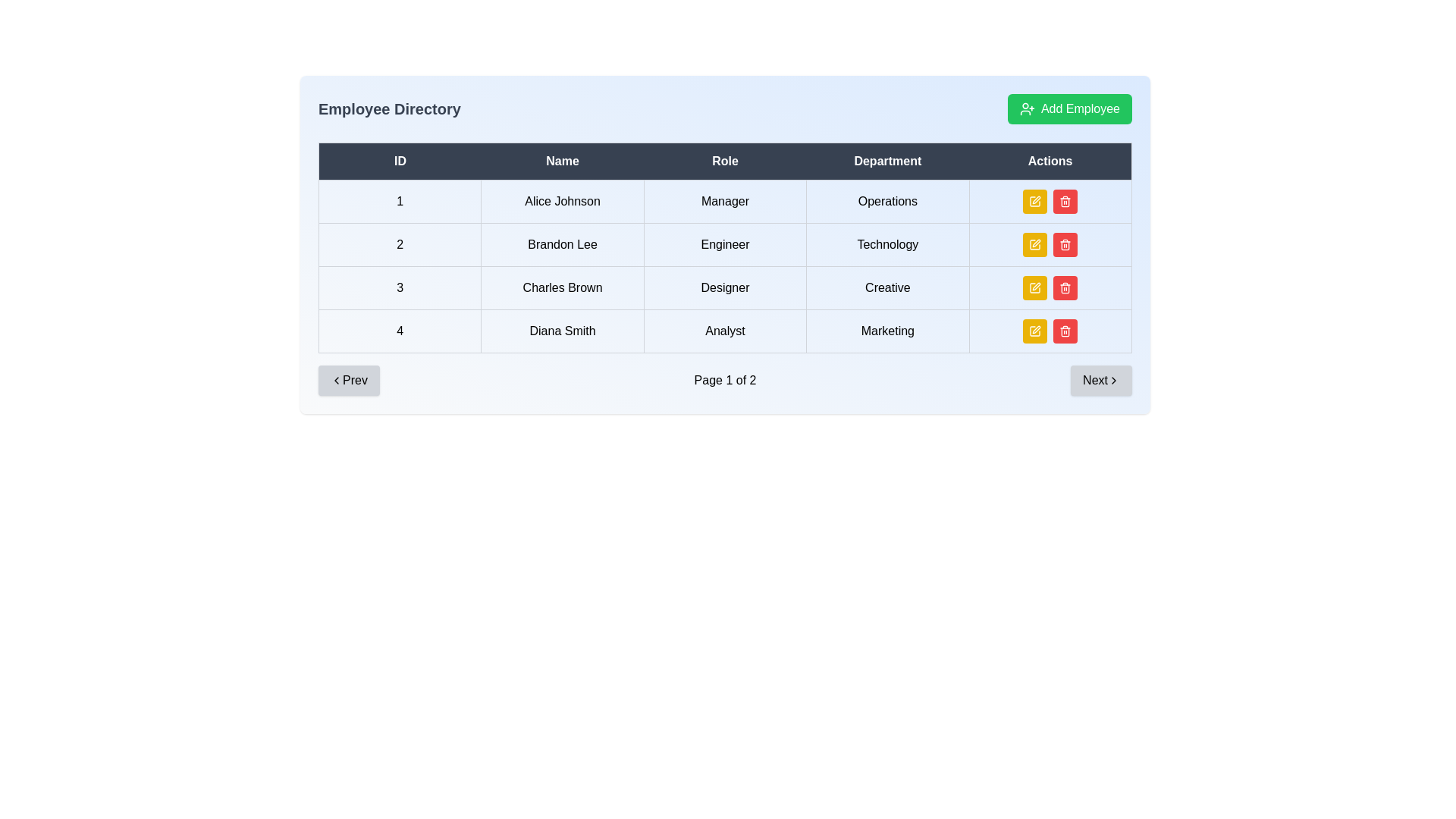  Describe the element at coordinates (724, 161) in the screenshot. I see `the 'Role' column header text label in the table, which is located between the 'Name' and 'Department' column headers` at that location.